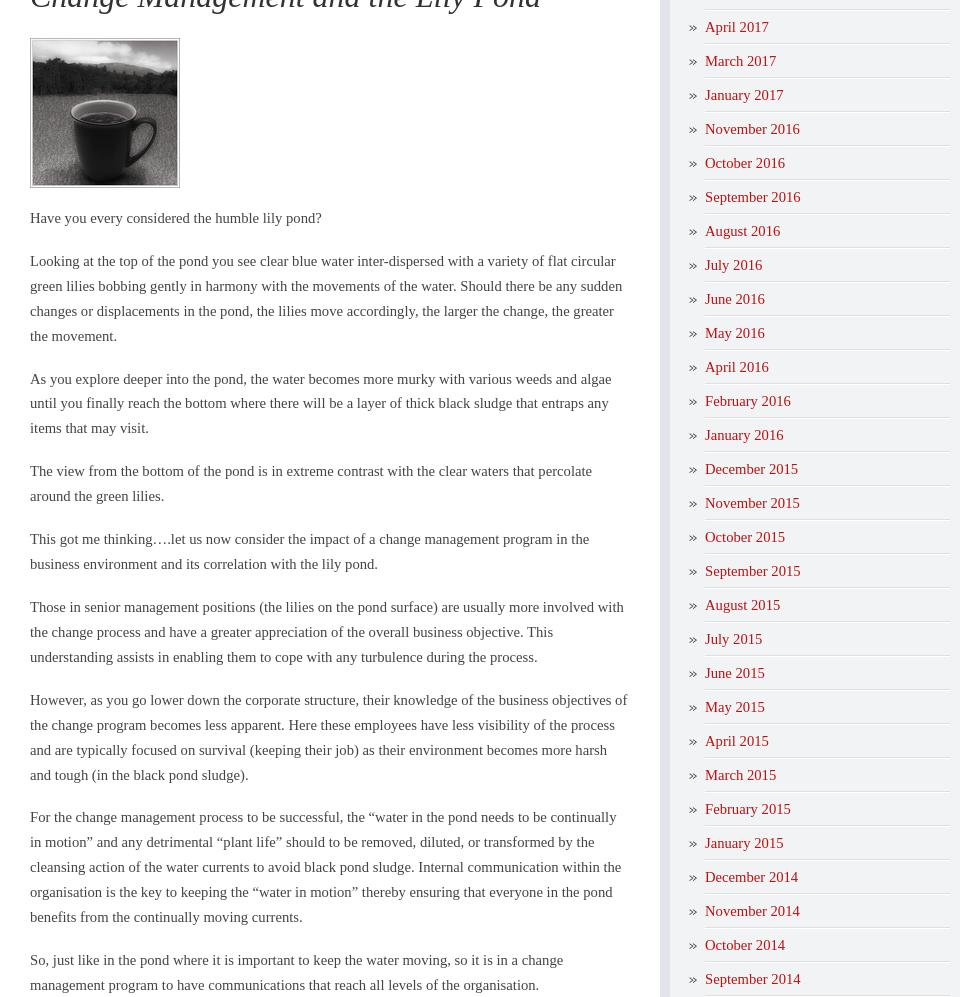  Describe the element at coordinates (28, 217) in the screenshot. I see `'Have you every considered the humble lily pond?'` at that location.